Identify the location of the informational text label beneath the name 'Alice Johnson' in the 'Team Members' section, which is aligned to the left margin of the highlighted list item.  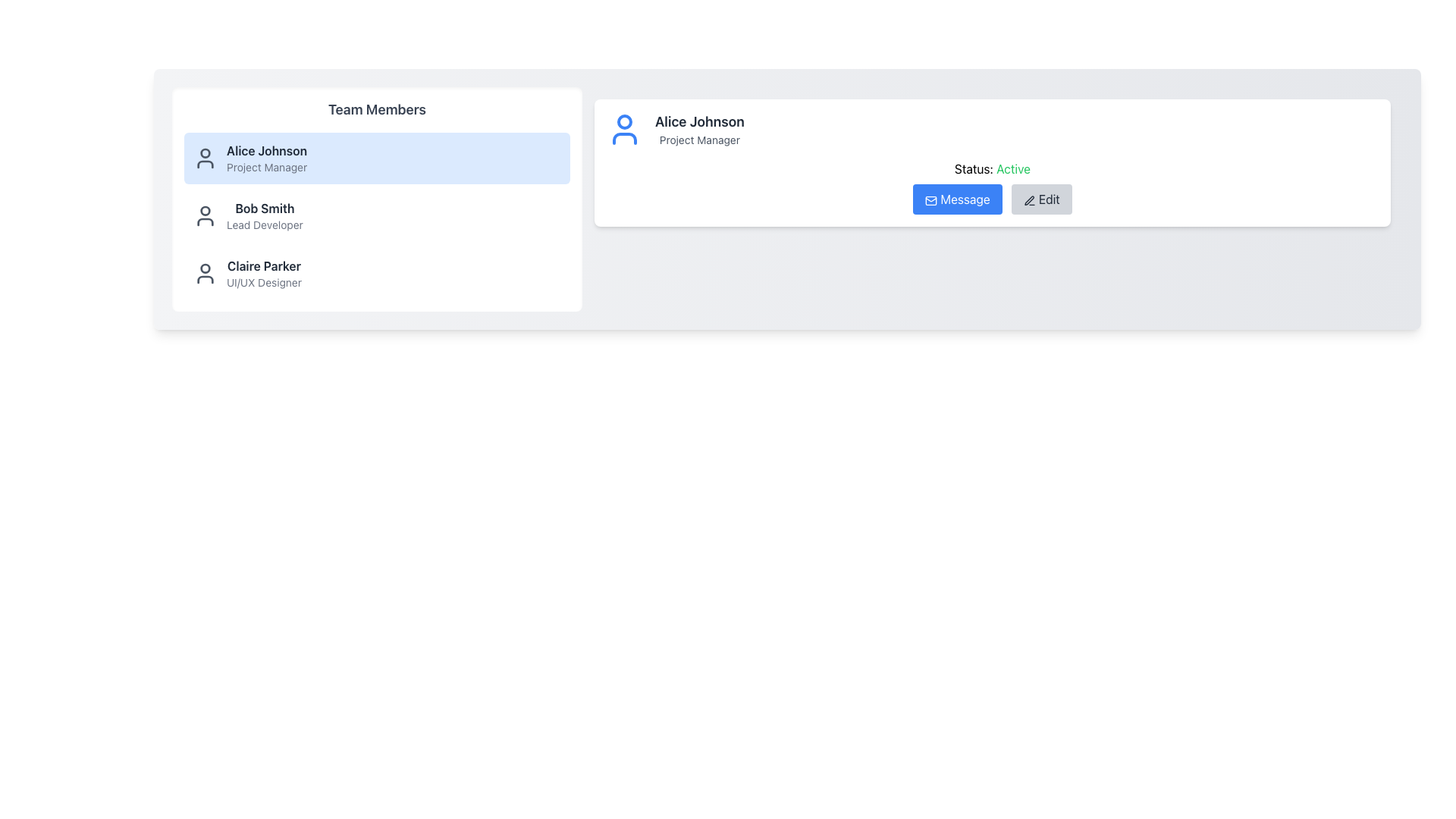
(267, 167).